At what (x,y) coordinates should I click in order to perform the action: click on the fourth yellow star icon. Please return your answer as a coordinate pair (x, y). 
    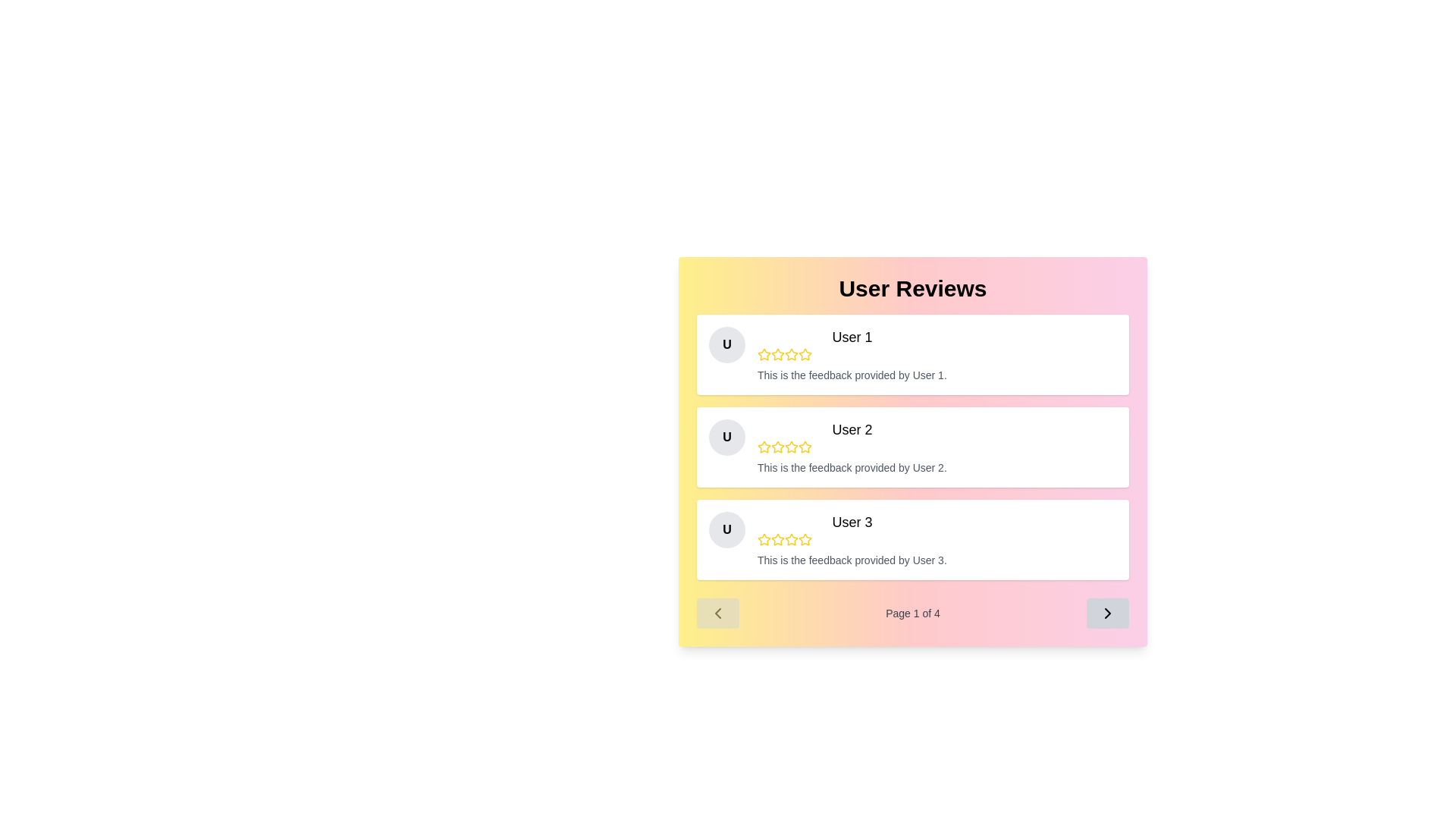
    Looking at the image, I should click on (790, 539).